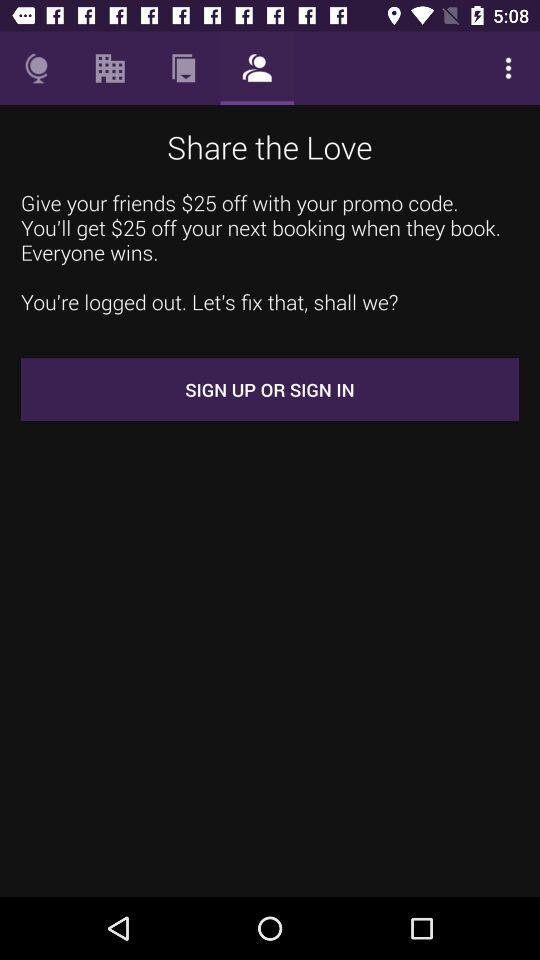  Describe the element at coordinates (270, 388) in the screenshot. I see `icon below give your friends` at that location.